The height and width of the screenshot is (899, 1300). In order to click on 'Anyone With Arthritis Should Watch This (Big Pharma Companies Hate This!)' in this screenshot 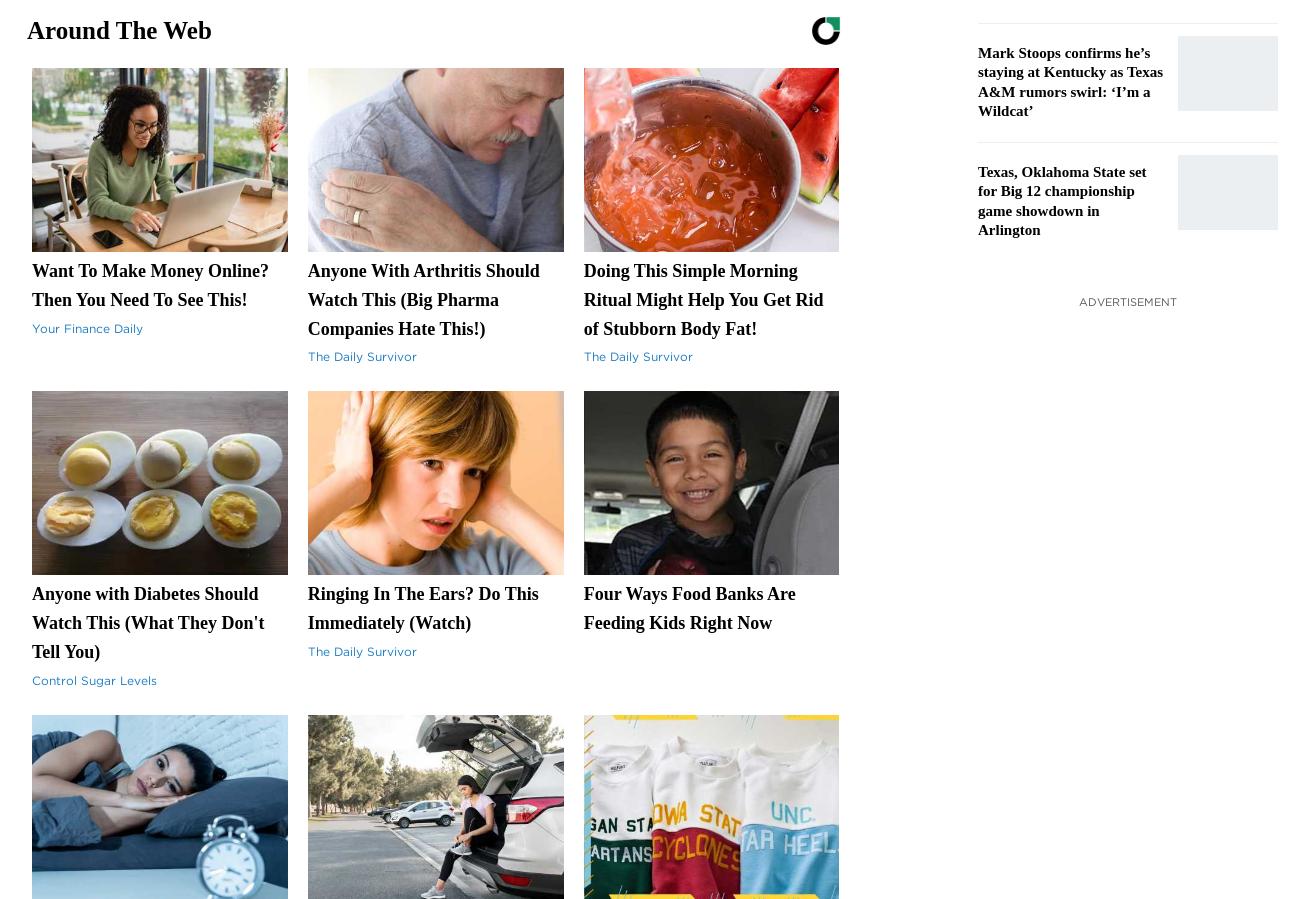, I will do `click(423, 299)`.